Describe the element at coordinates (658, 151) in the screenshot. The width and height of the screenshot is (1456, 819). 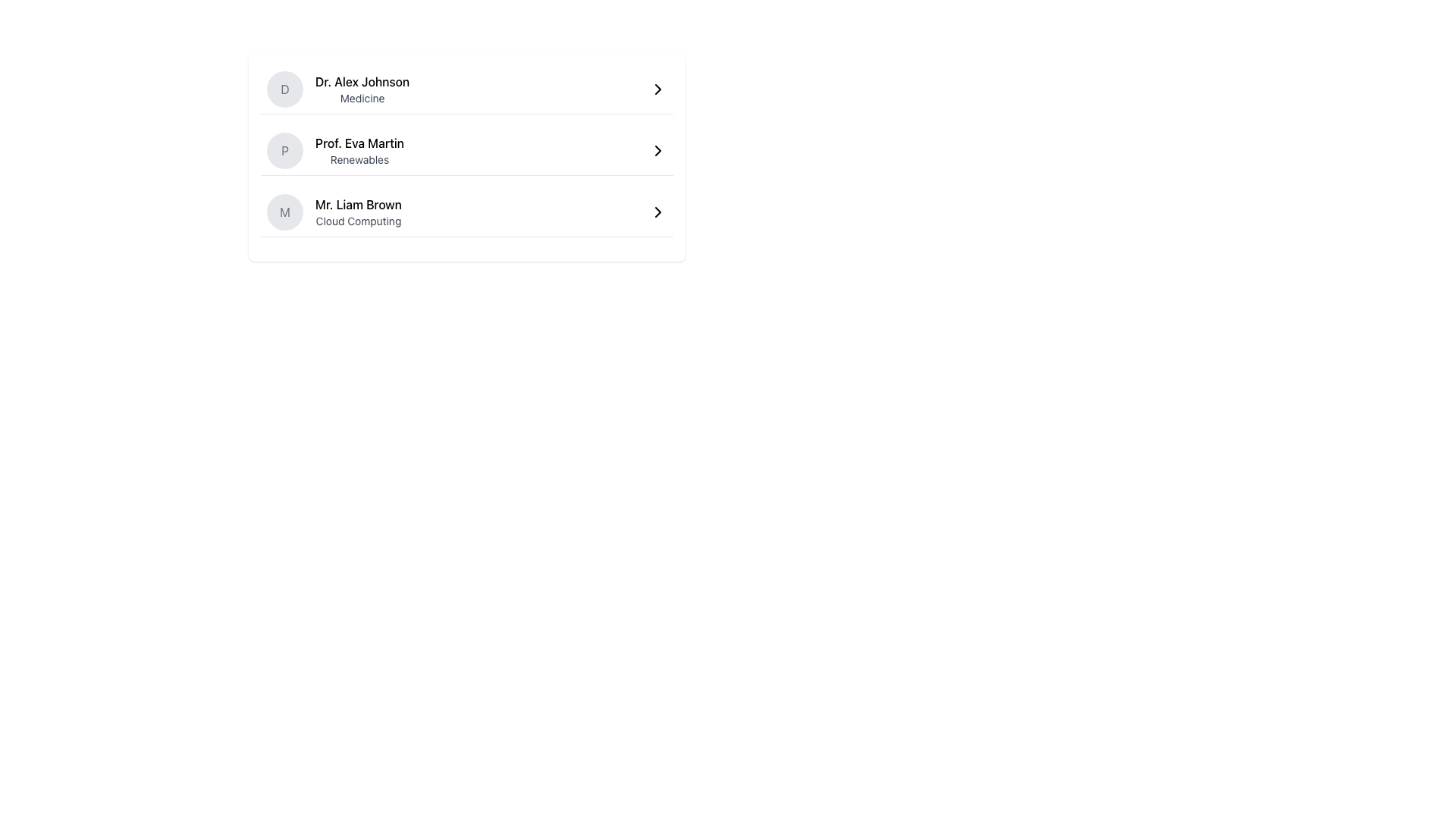
I see `the rightward-pointing chevron symbol located at the far right side of the middle list item, adjacent to the 'Prof. Eva Martin' label and the 'Renewables' subtext` at that location.